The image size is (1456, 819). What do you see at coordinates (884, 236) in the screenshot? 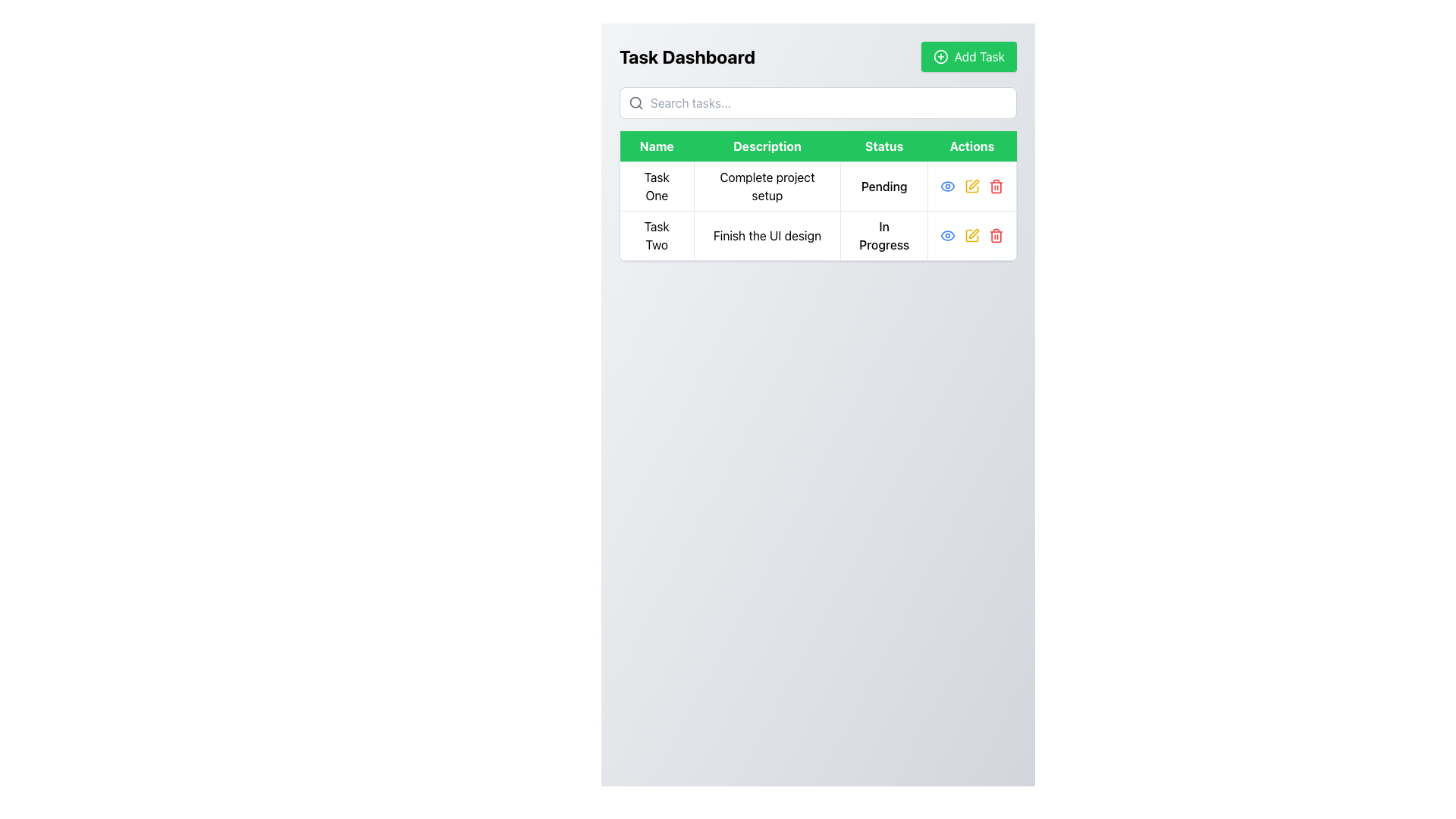
I see `the Static Text Label displaying the current status 'In Progress' of the task 'Finish the UI design' located in the second row of the task table` at bounding box center [884, 236].